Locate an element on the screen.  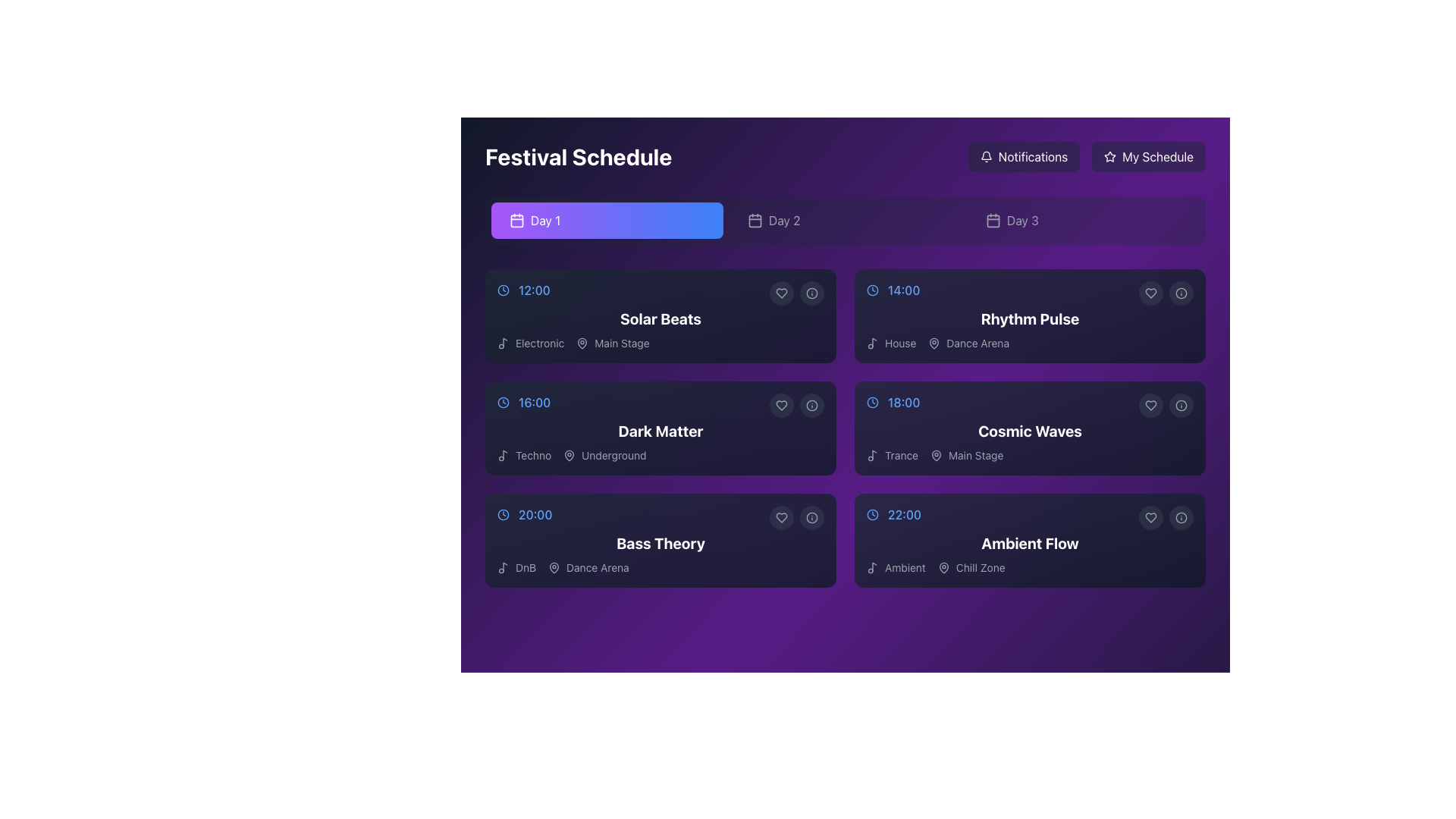
or read the text label 'My Schedule' located in the top-right corner of the interface within a dark purple header bar, styled with white text is located at coordinates (1157, 157).